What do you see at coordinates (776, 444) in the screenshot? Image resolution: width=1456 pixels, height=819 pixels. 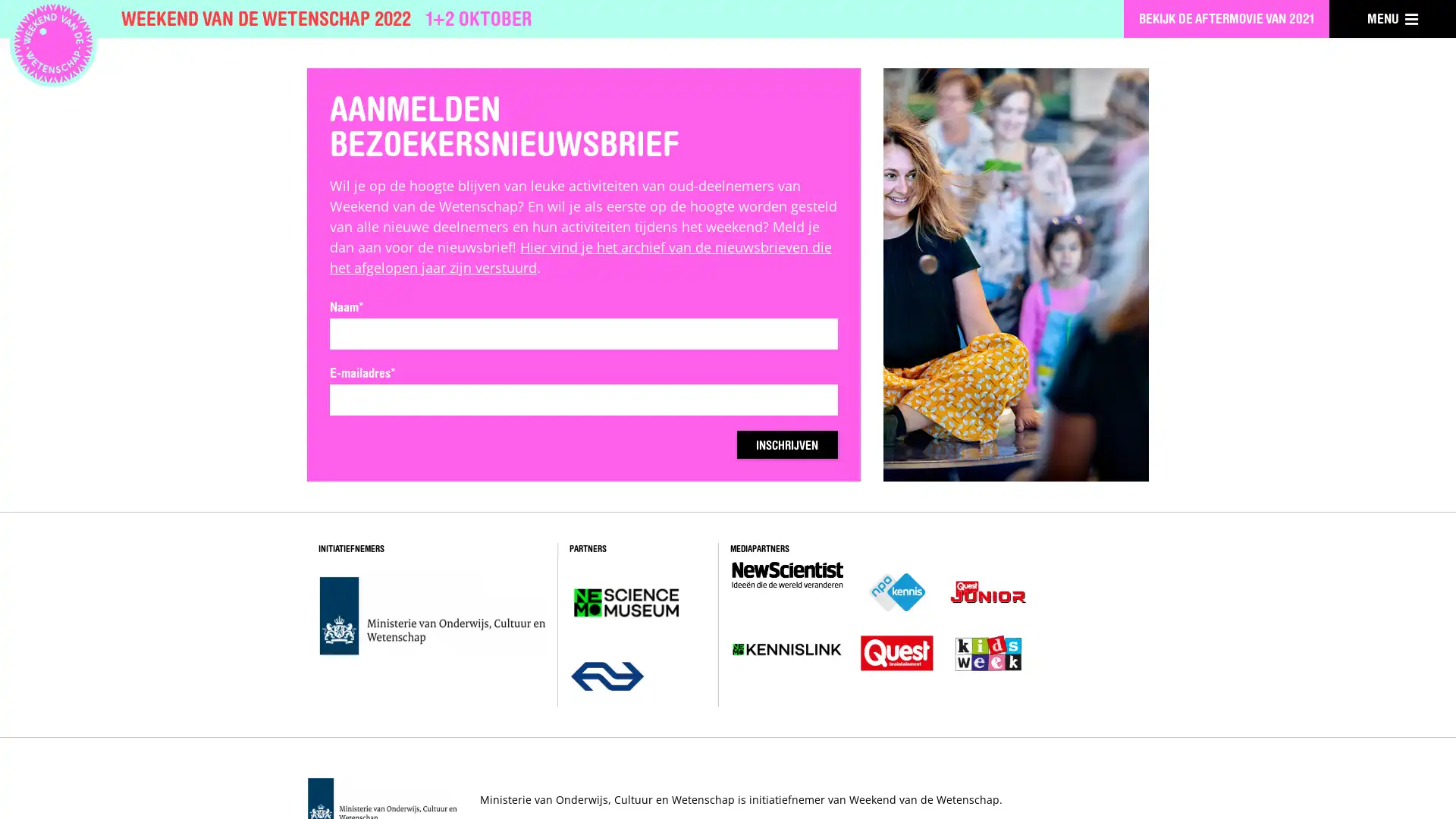 I see `Inschrijven` at bounding box center [776, 444].